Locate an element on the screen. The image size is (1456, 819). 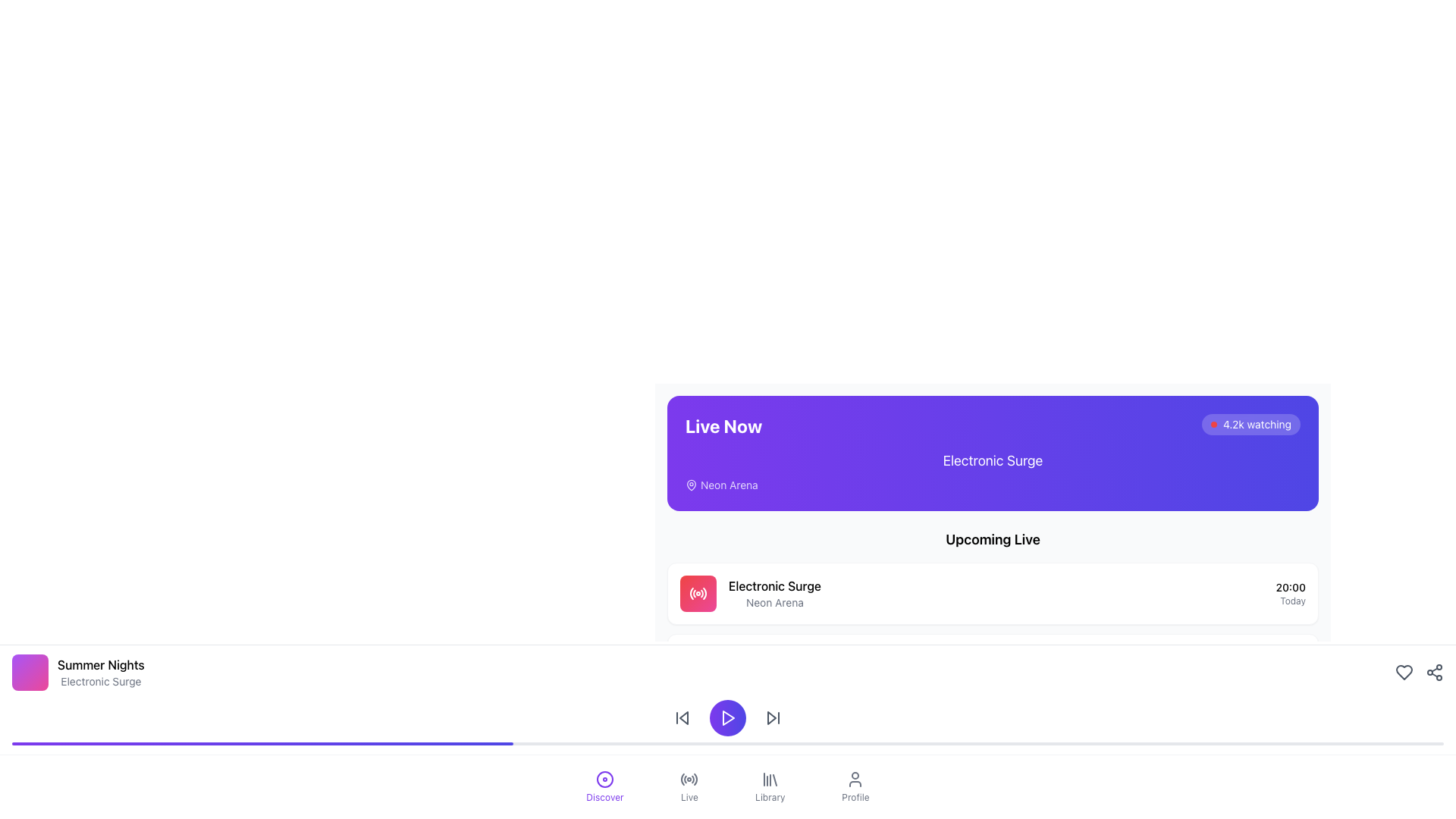
the static rectangle element with rounded corners located at the center of the button-like component in the bottom control section is located at coordinates (698, 665).